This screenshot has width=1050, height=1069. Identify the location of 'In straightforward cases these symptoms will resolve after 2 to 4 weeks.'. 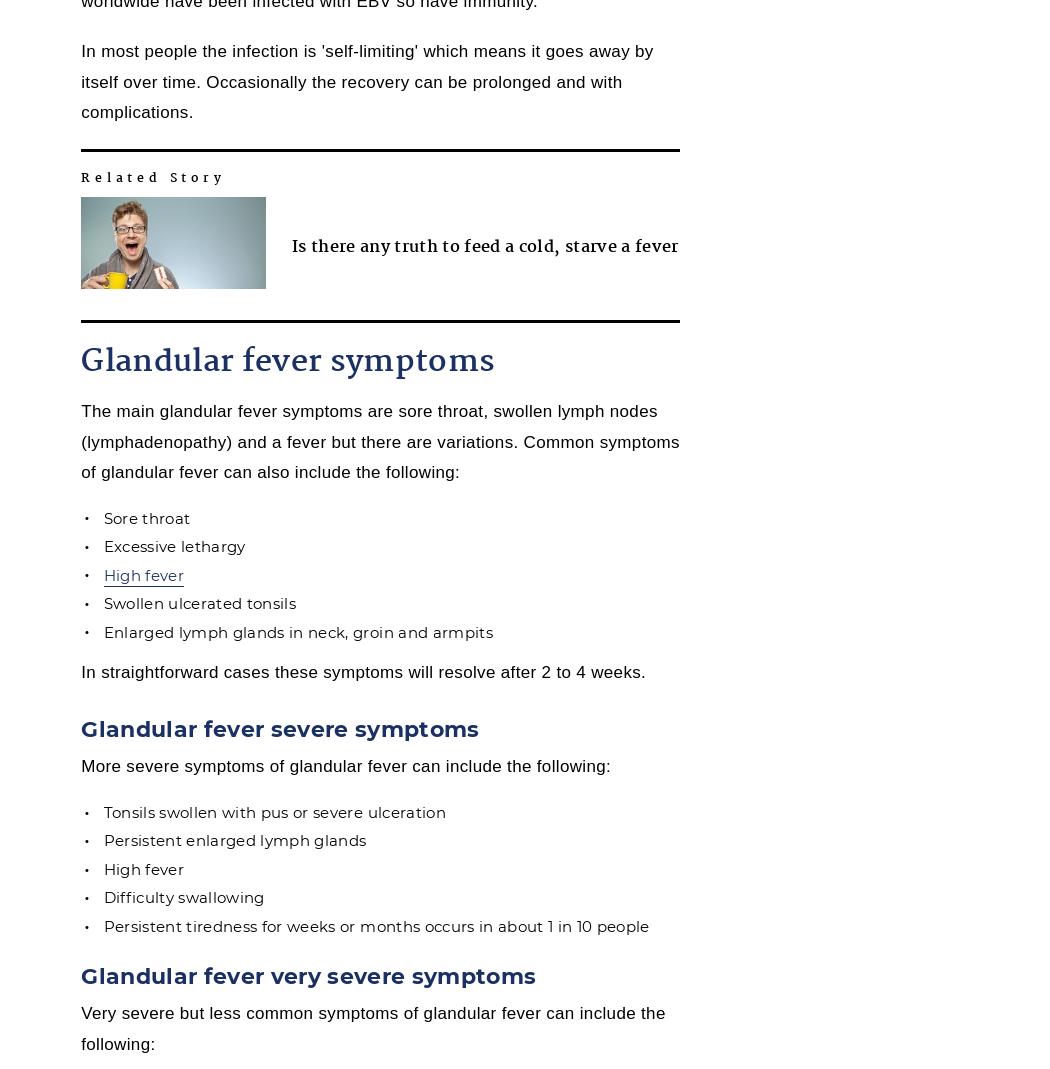
(80, 671).